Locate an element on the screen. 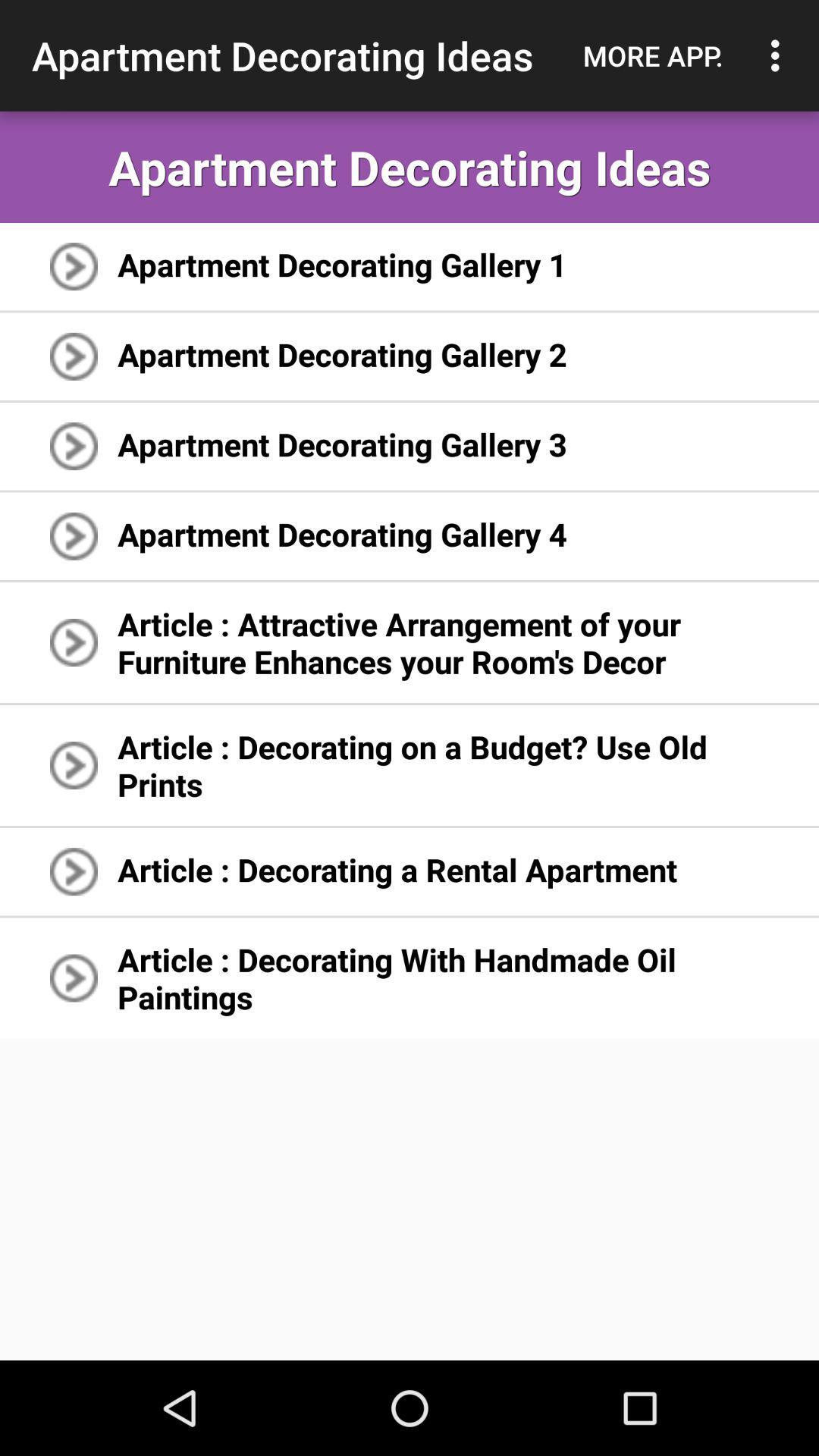  more app. item is located at coordinates (652, 55).